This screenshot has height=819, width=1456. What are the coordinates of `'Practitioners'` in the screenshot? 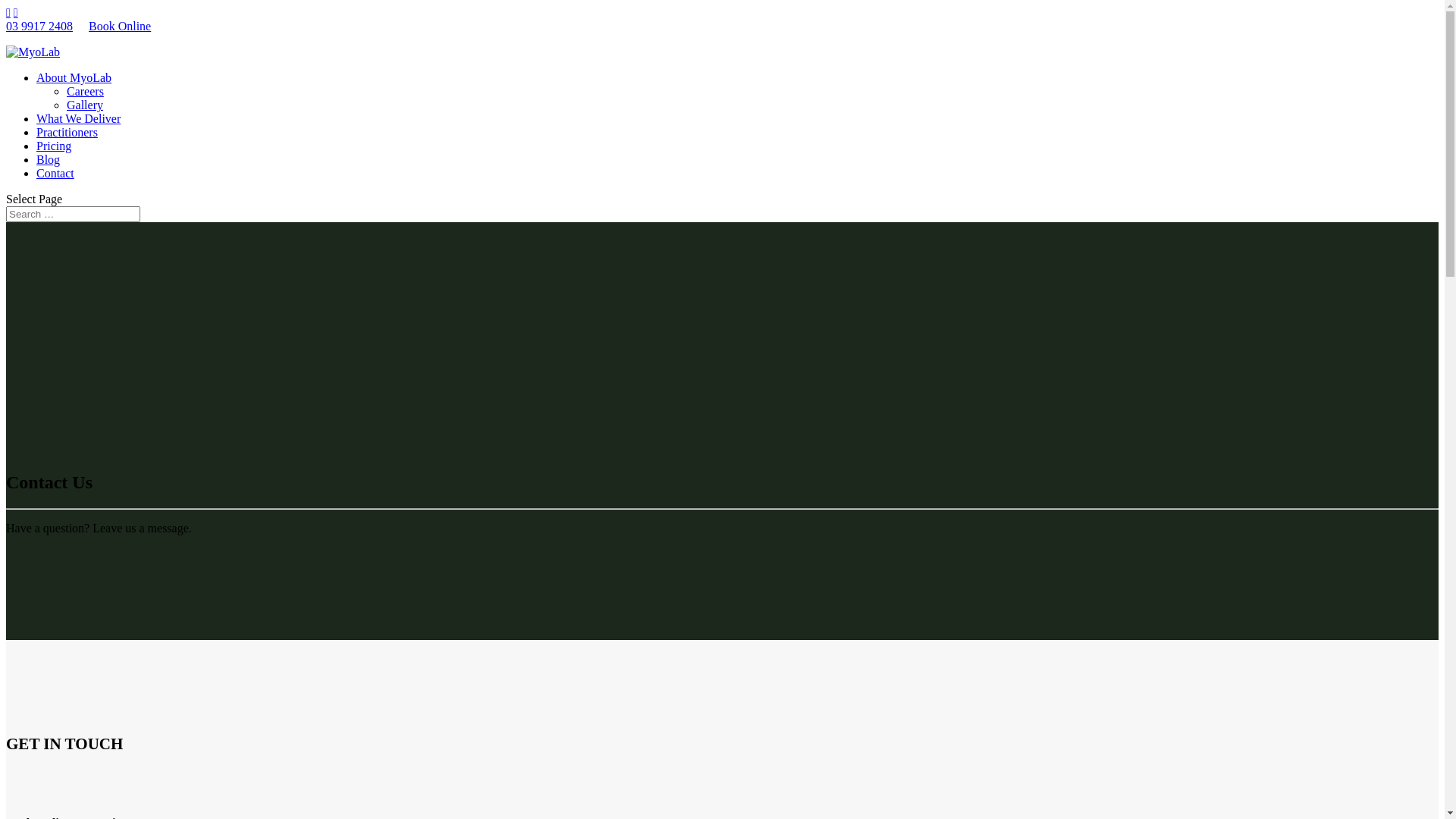 It's located at (36, 131).